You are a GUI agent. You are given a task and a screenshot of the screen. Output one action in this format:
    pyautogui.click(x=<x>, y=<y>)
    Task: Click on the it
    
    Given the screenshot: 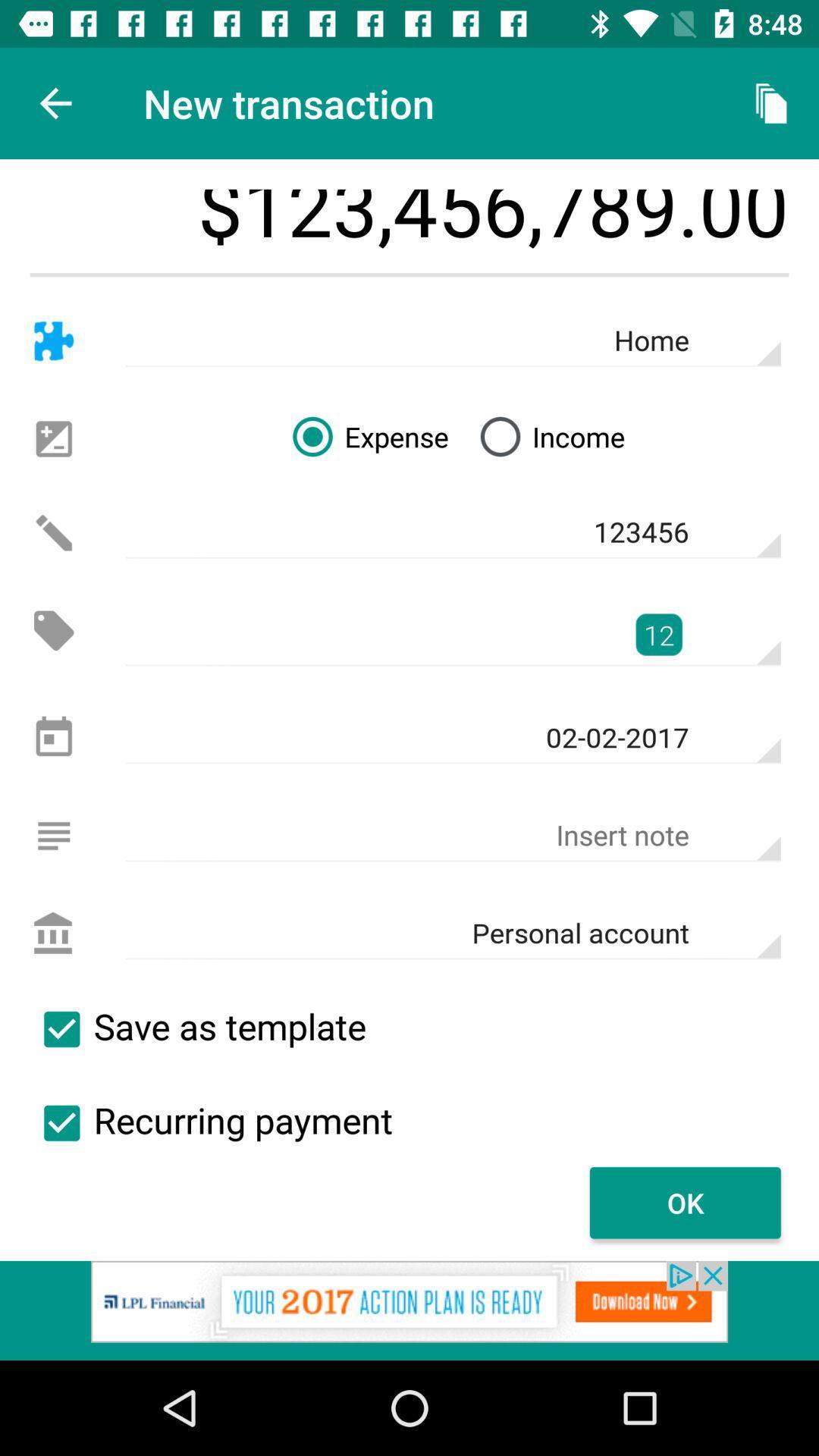 What is the action you would take?
    pyautogui.click(x=61, y=1029)
    